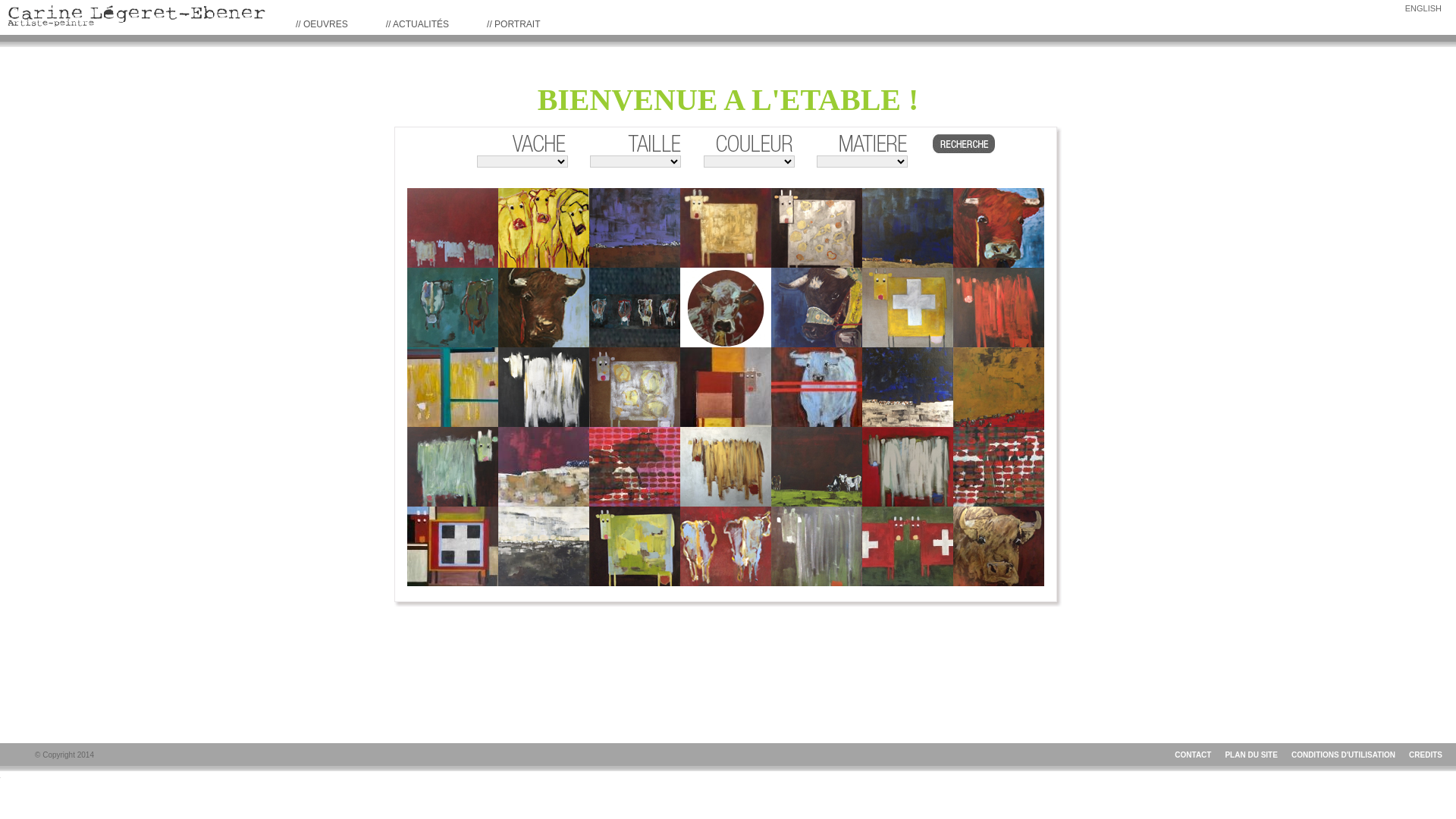 The image size is (1456, 819). What do you see at coordinates (1174, 755) in the screenshot?
I see `'CONTACT'` at bounding box center [1174, 755].